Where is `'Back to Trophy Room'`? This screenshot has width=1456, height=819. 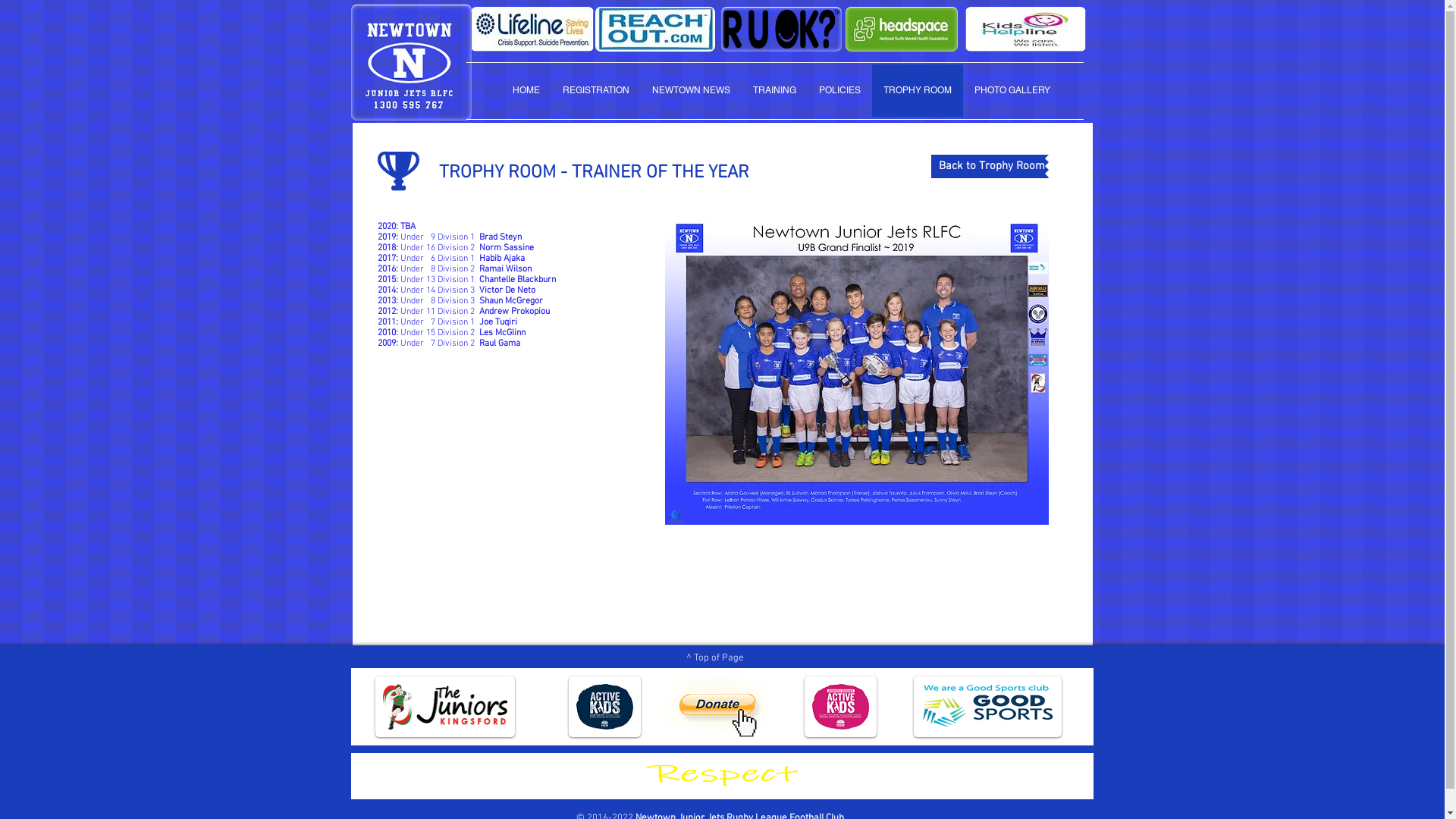
'Back to Trophy Room' is located at coordinates (987, 166).